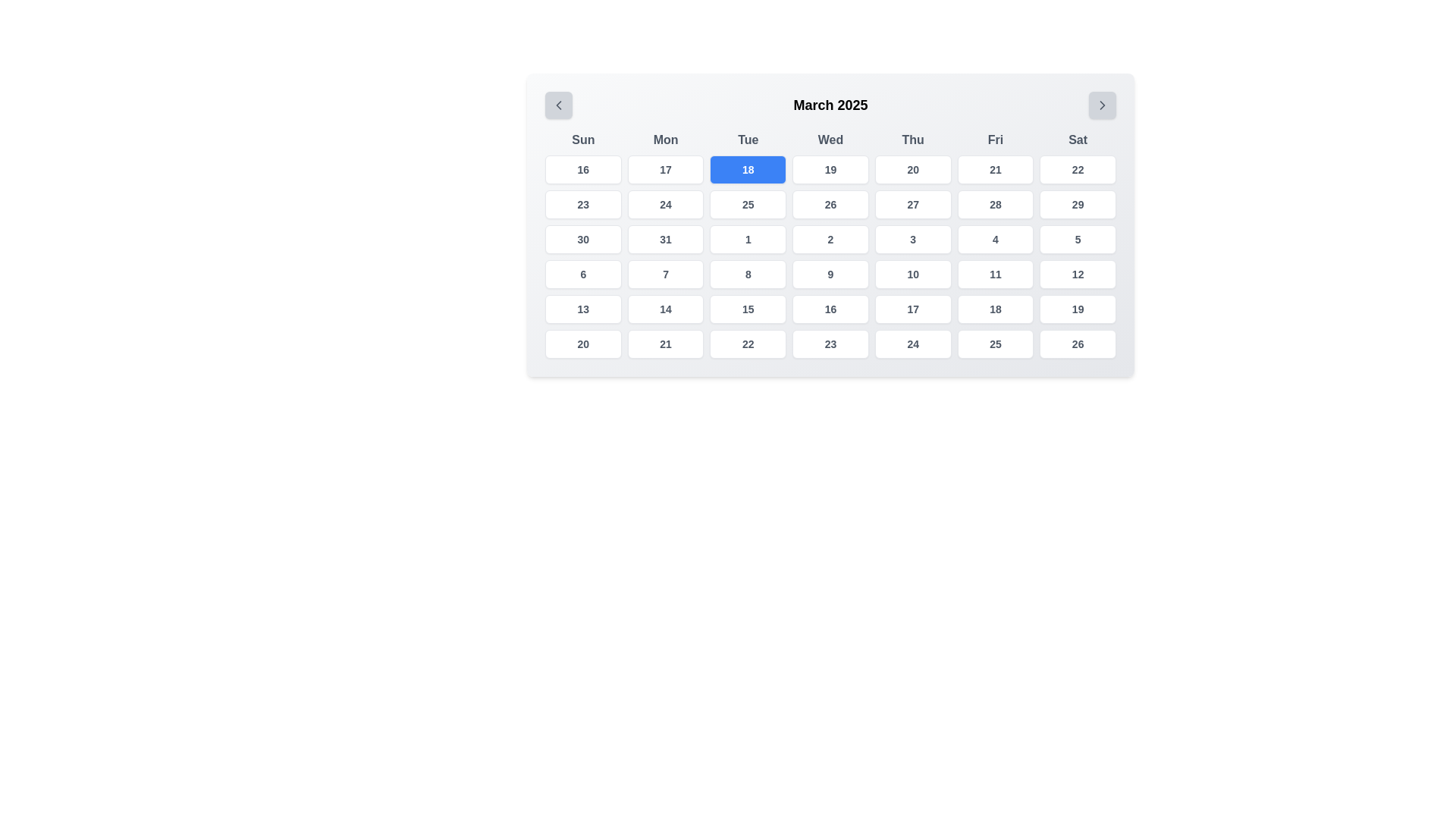 Image resolution: width=1456 pixels, height=819 pixels. What do you see at coordinates (830, 239) in the screenshot?
I see `the button labeled '2' in the calendar grid, located in the fifth row and fourth column` at bounding box center [830, 239].